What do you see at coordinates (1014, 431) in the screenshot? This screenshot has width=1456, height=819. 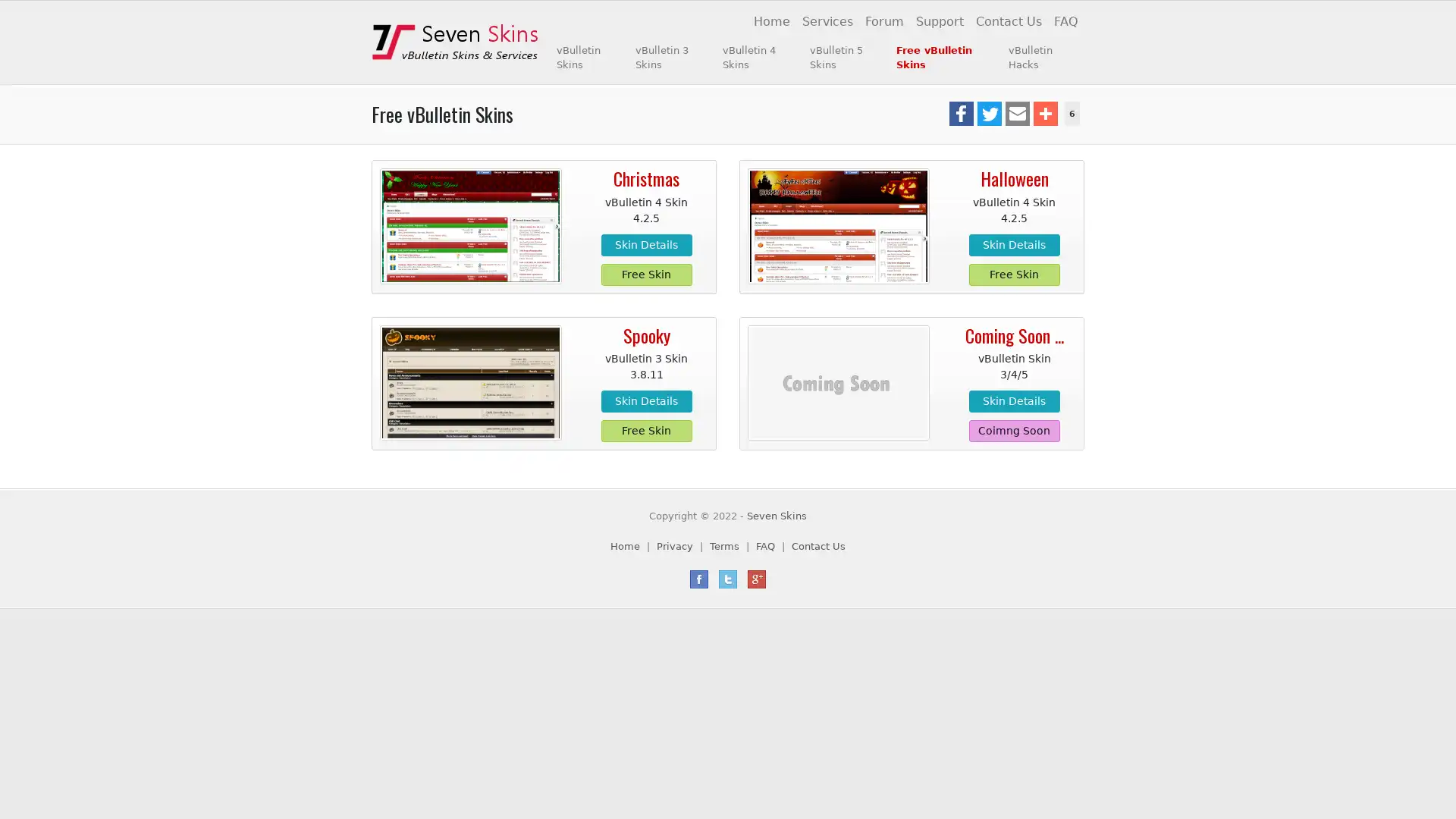 I see `Coimng Soon` at bounding box center [1014, 431].